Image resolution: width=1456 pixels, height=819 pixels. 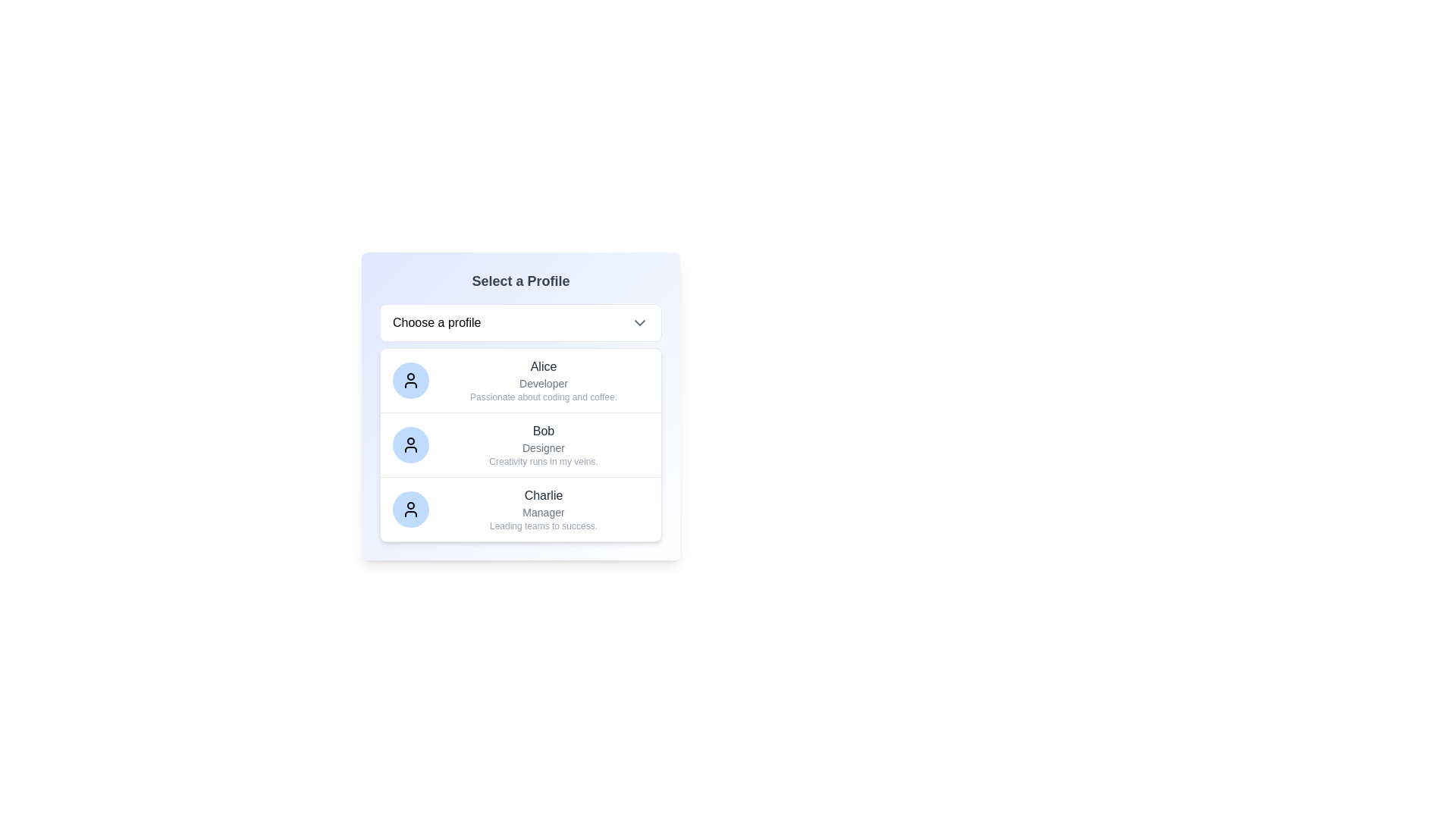 What do you see at coordinates (543, 366) in the screenshot?
I see `text displayed in the static text label that identifies the user associated with the first profile entry below the 'Select a Profile' header` at bounding box center [543, 366].